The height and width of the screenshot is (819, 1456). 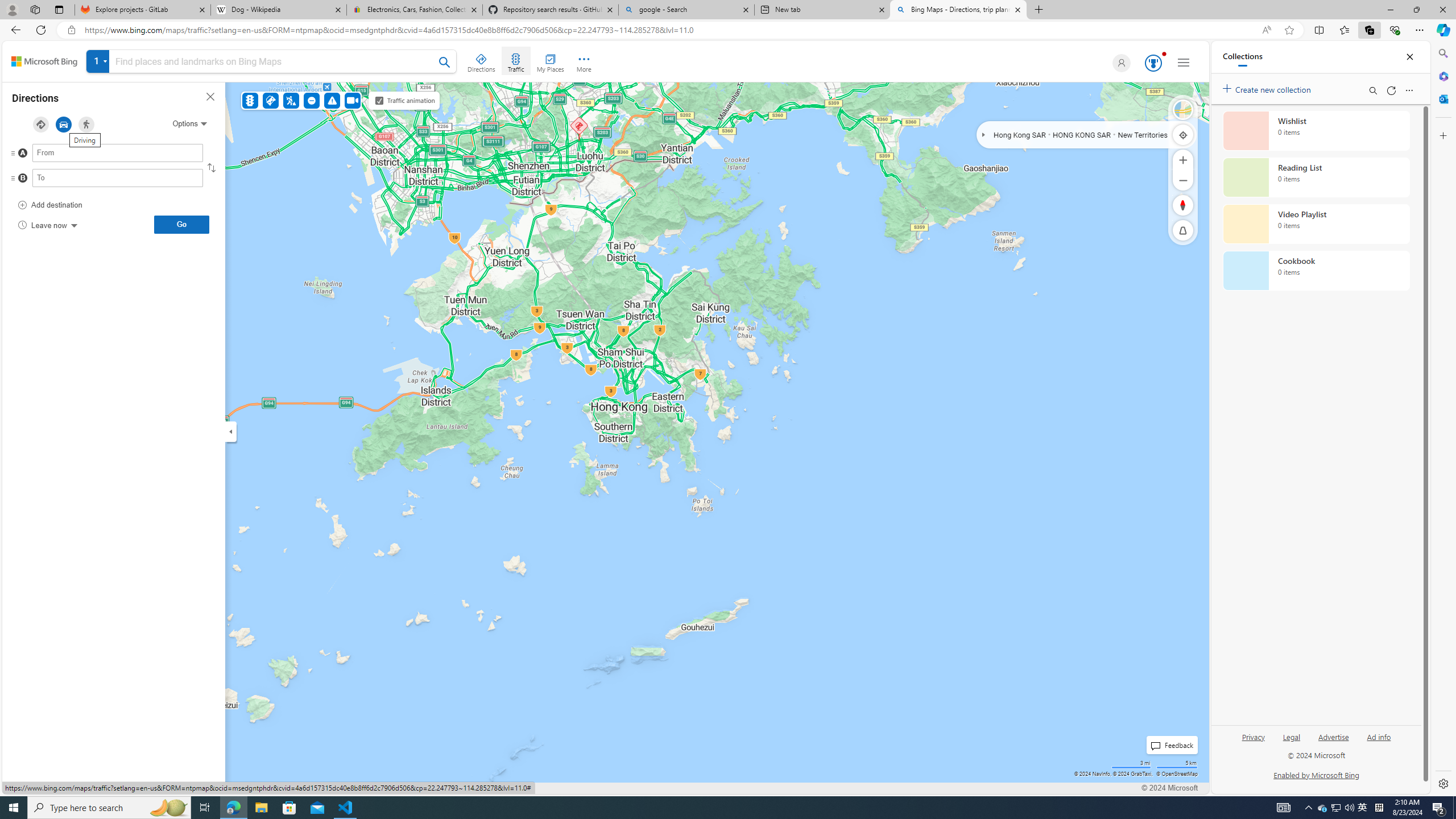 I want to click on 'Animation', so click(x=1164, y=54).